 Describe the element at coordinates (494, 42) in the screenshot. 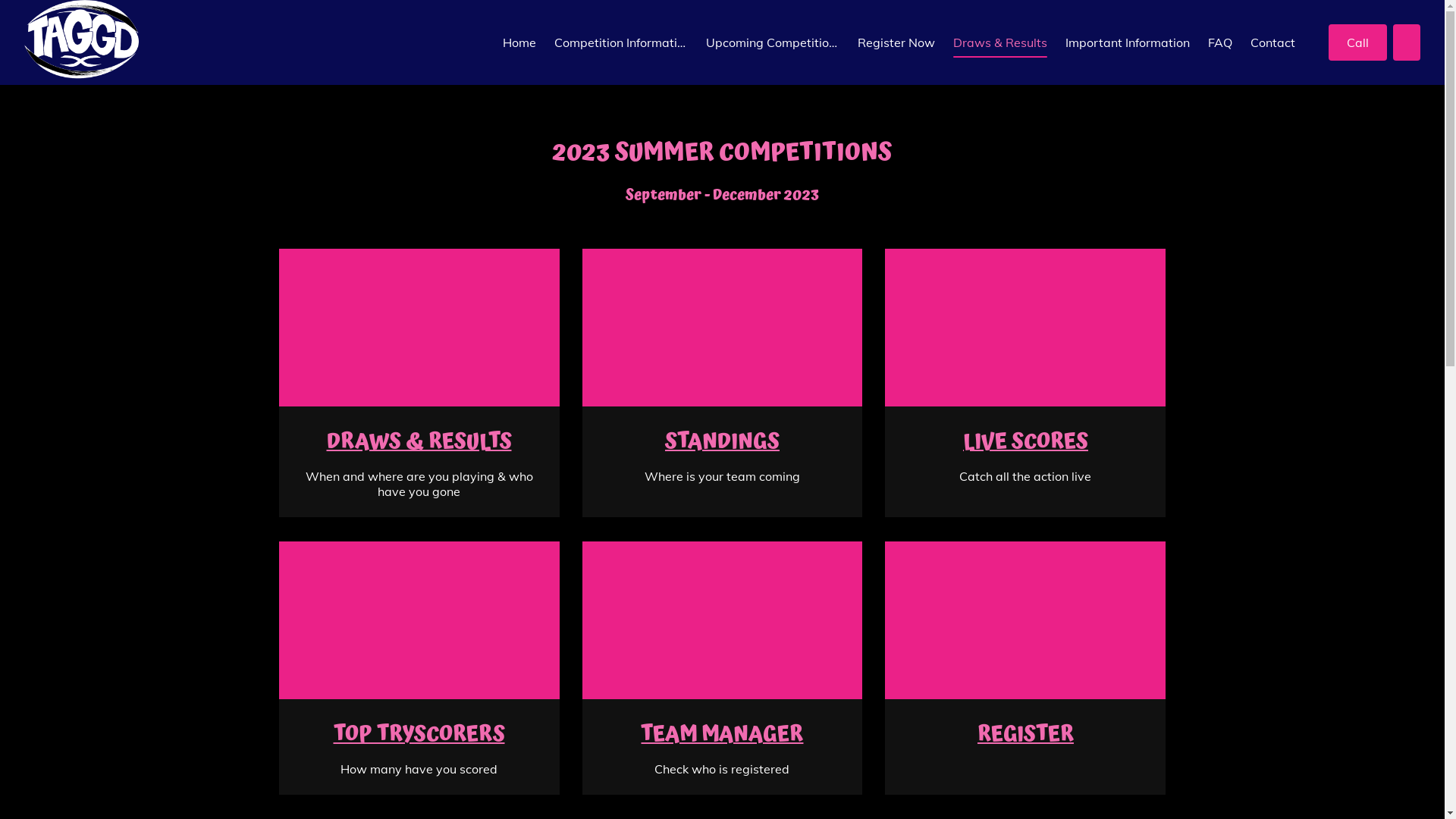

I see `'Home'` at that location.